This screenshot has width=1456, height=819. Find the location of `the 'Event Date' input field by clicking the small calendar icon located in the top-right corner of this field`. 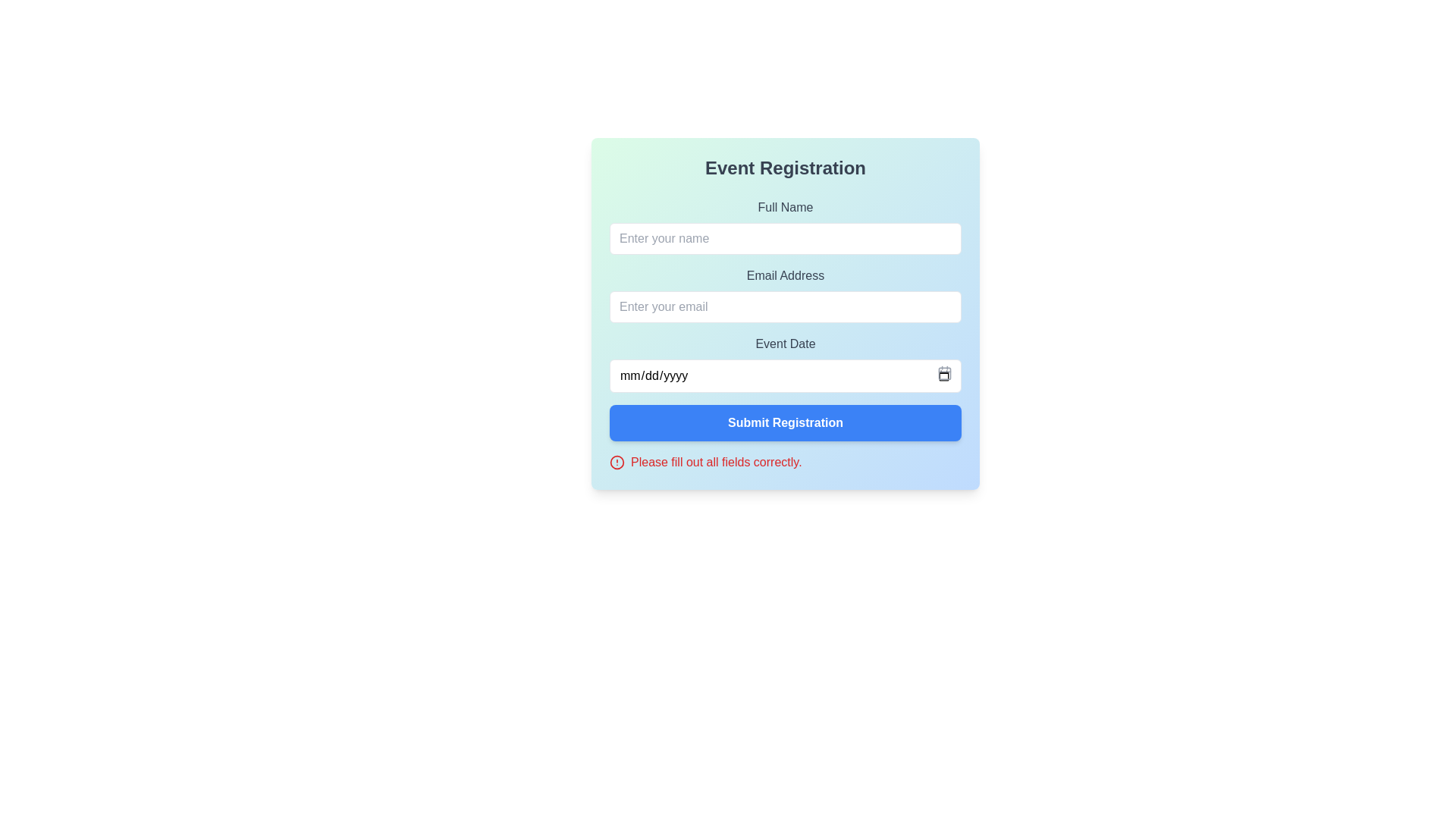

the 'Event Date' input field by clicking the small calendar icon located in the top-right corner of this field is located at coordinates (944, 373).